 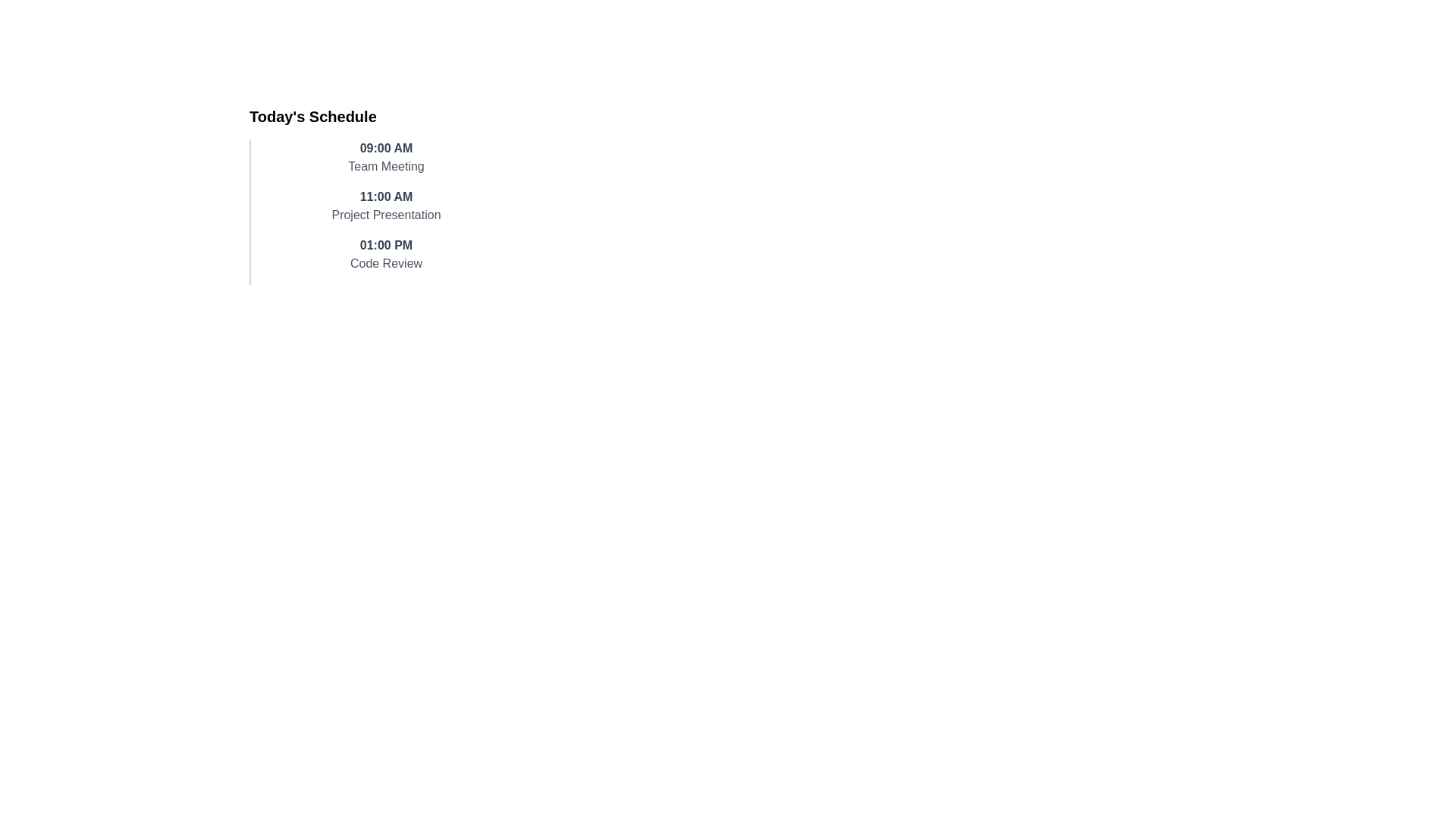 What do you see at coordinates (386, 253) in the screenshot?
I see `the text block displaying '01:00 PM' followed by 'Code Review', which is the third item in the vertically stacked schedule list` at bounding box center [386, 253].